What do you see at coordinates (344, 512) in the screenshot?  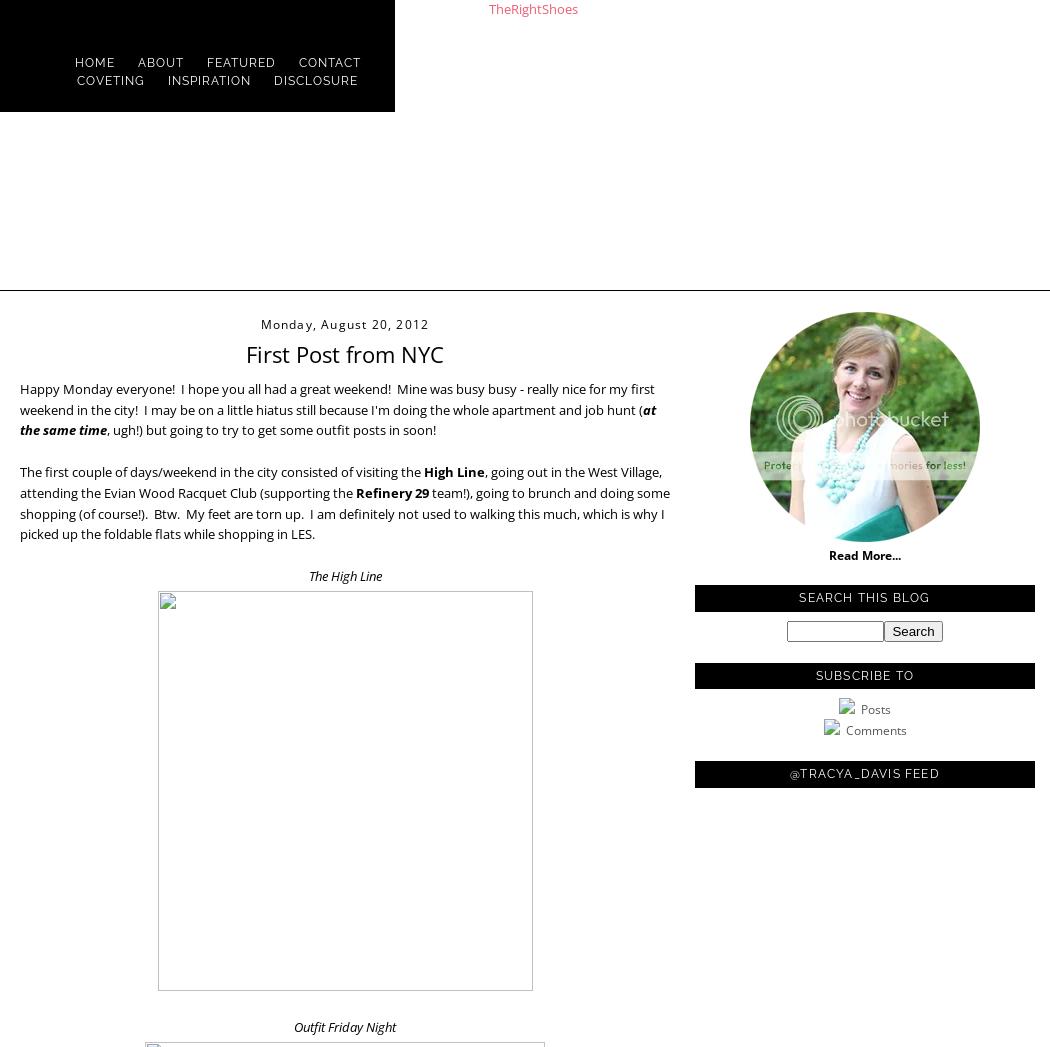 I see `'team!), going to brunch and doing some shopping (of course!).  Btw.  My feet are torn up.  I am definitely not used to walking this much, which is why I picked up the foldable flats while shopping in LES.'` at bounding box center [344, 512].